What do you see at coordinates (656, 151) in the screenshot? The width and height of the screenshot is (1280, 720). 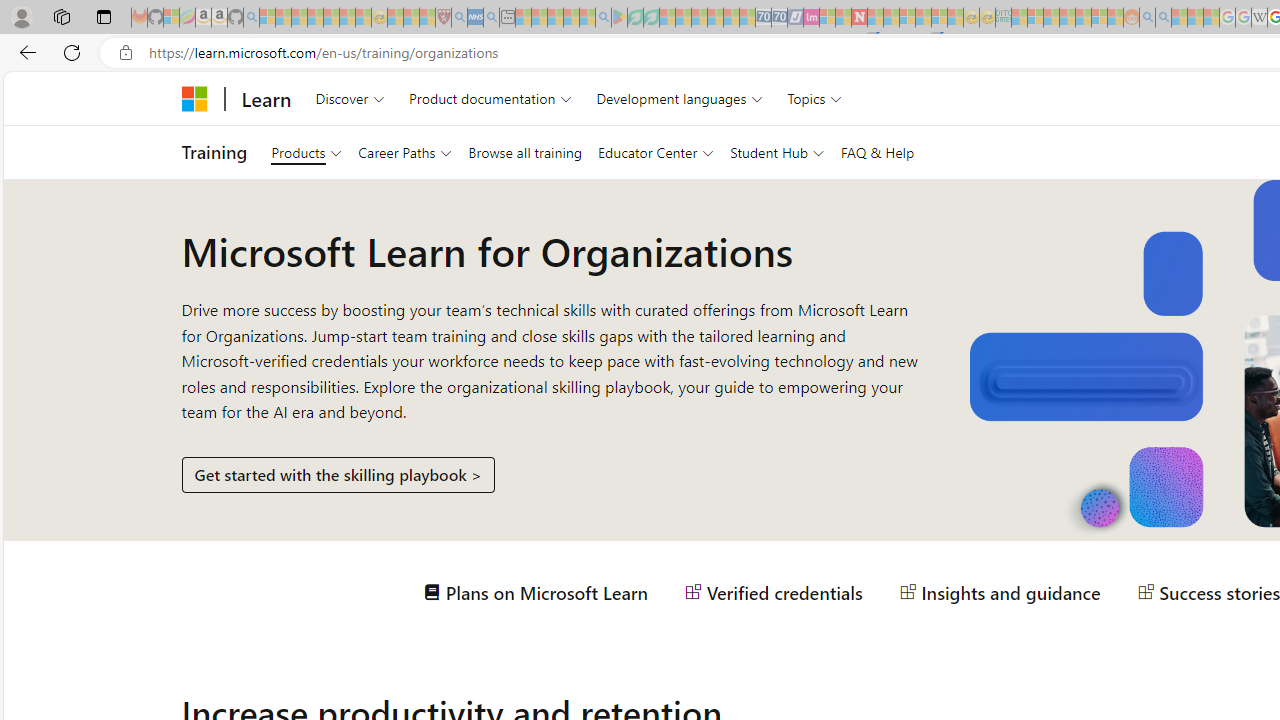 I see `'Educator Center'` at bounding box center [656, 151].